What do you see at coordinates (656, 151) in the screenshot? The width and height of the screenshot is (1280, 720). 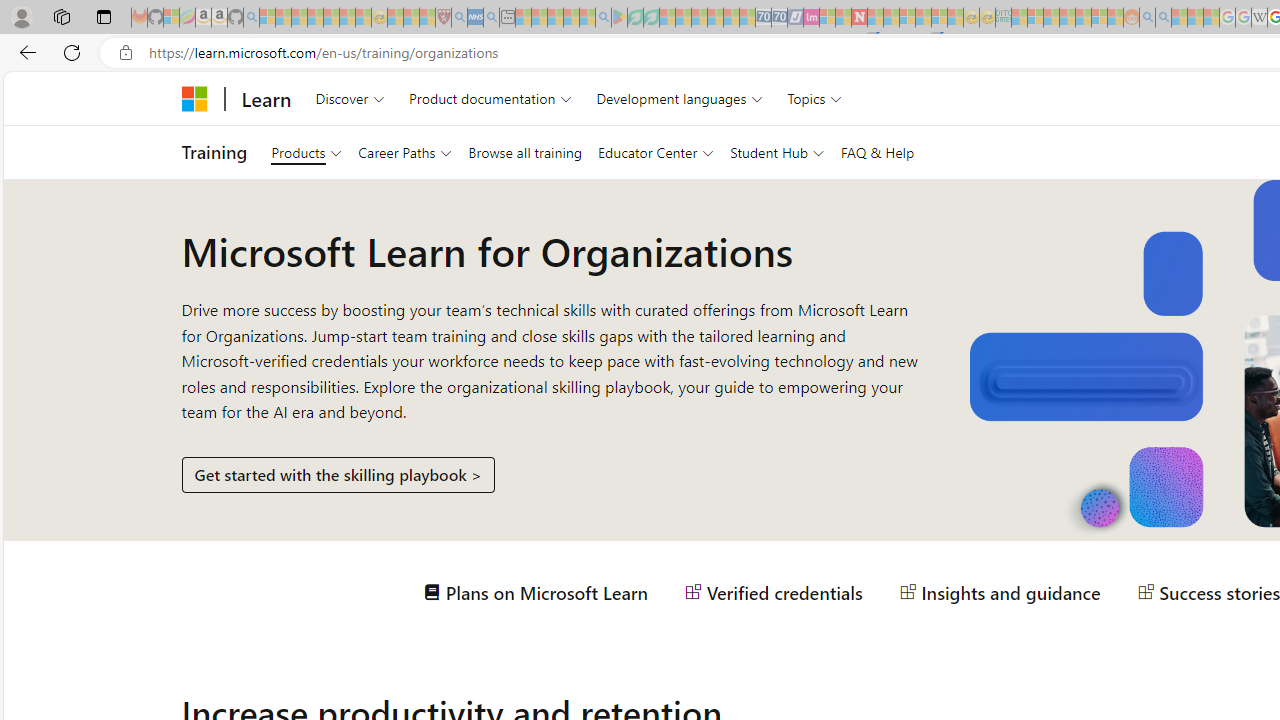 I see `'Educator Center'` at bounding box center [656, 151].